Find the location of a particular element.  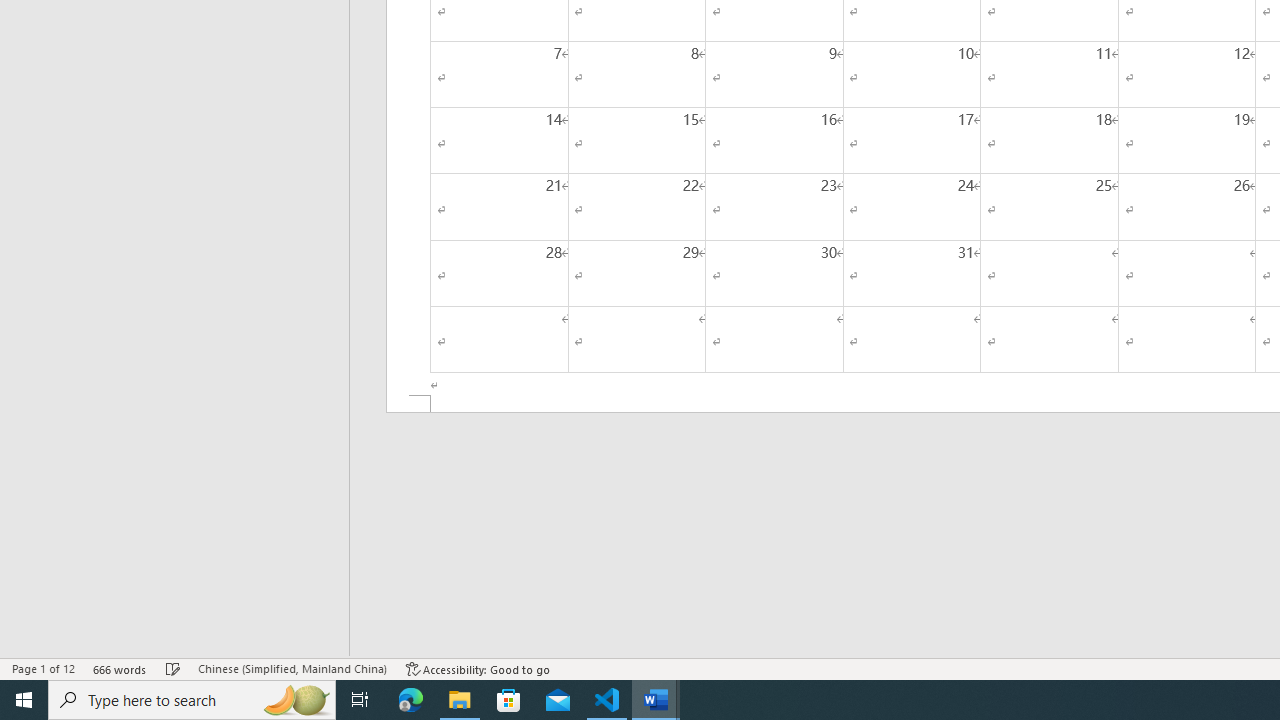

'Word Count 666 words' is located at coordinates (119, 669).